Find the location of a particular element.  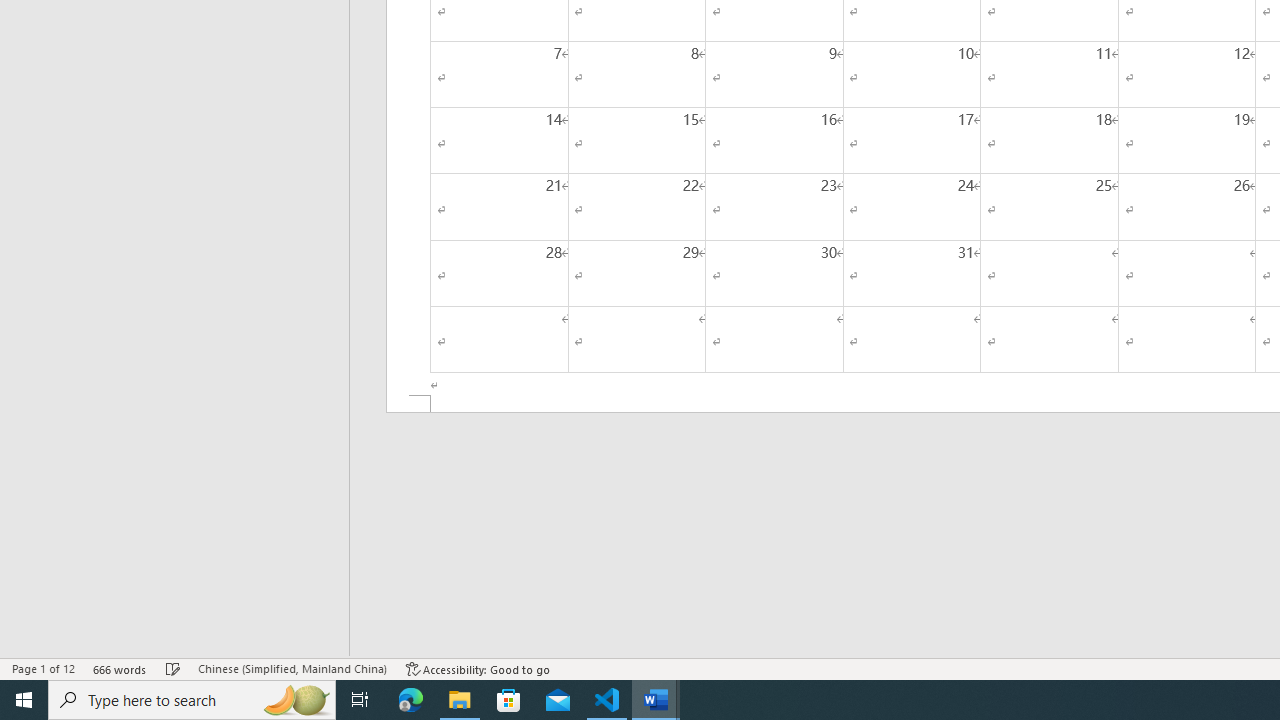

'Word Count 666 words' is located at coordinates (119, 669).